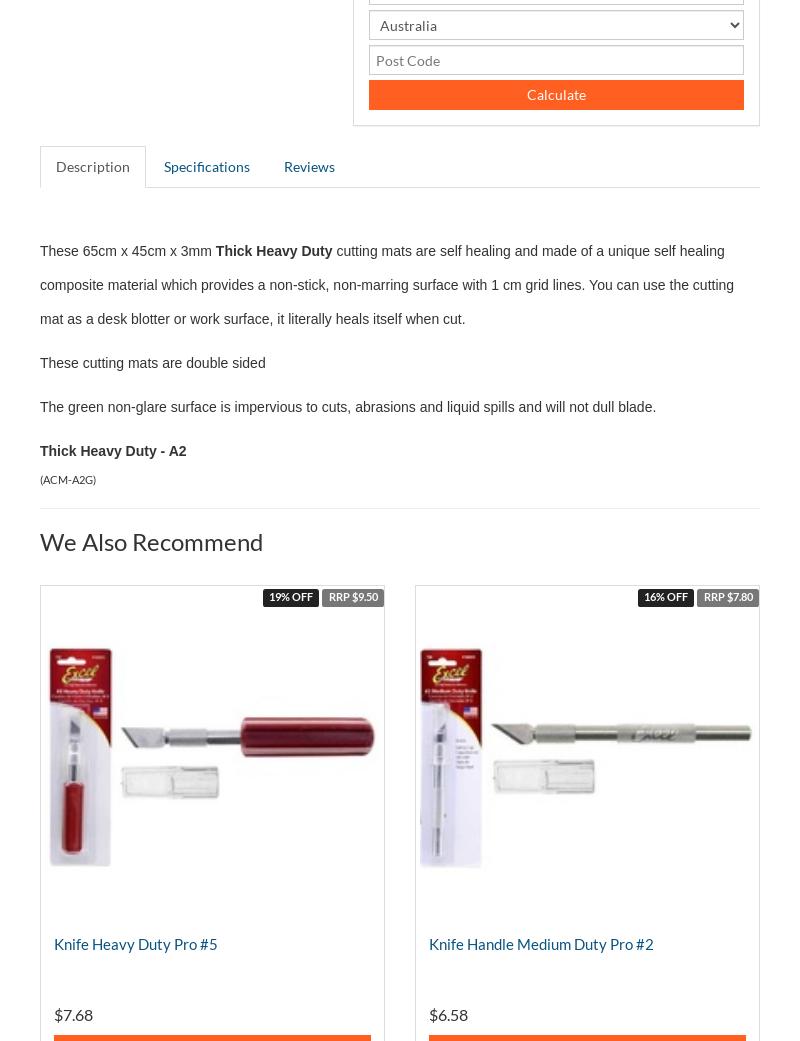 This screenshot has height=1041, width=800. Describe the element at coordinates (40, 478) in the screenshot. I see `'('` at that location.